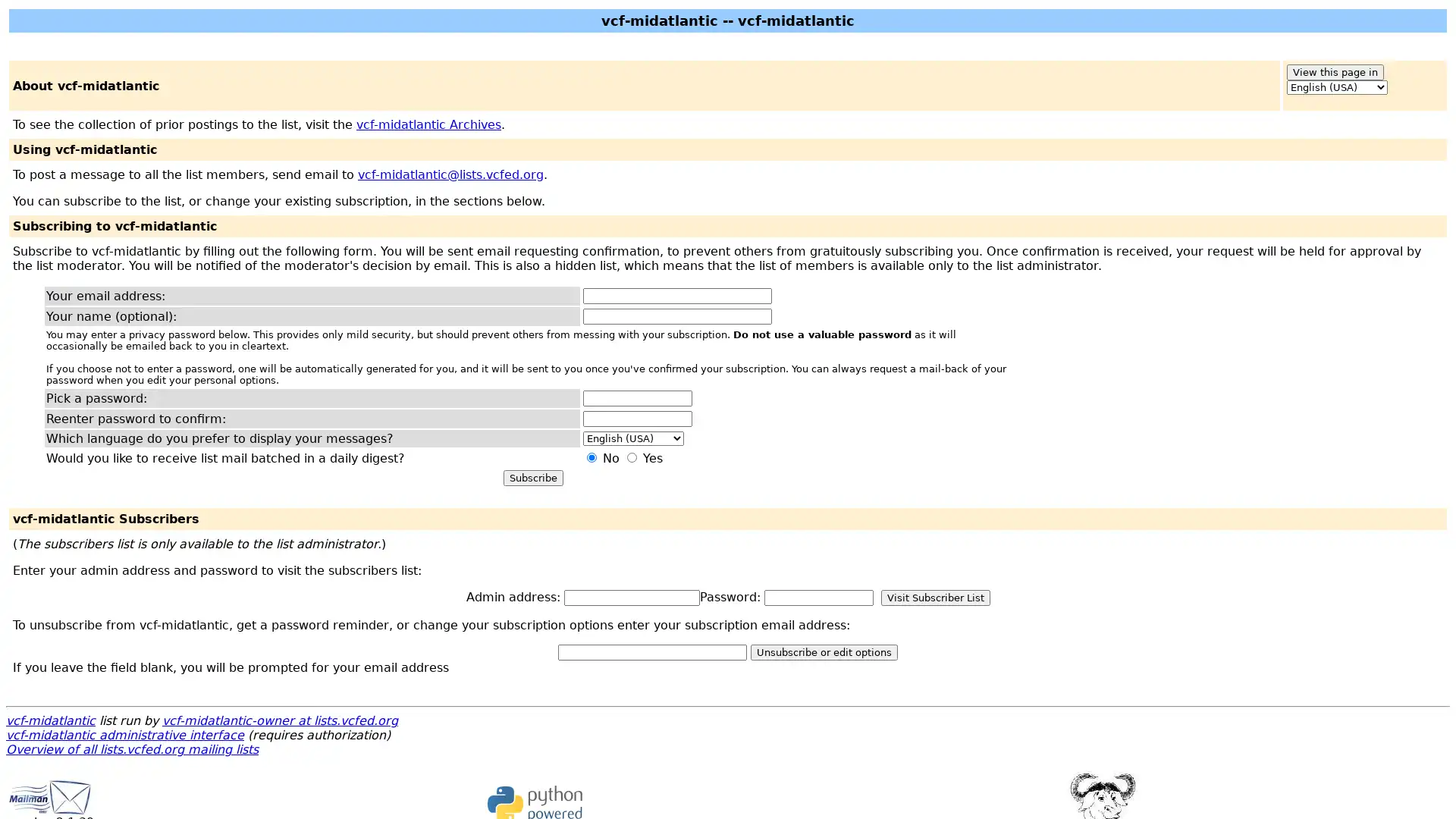 This screenshot has width=1456, height=819. Describe the element at coordinates (934, 597) in the screenshot. I see `Visit Subscriber List` at that location.